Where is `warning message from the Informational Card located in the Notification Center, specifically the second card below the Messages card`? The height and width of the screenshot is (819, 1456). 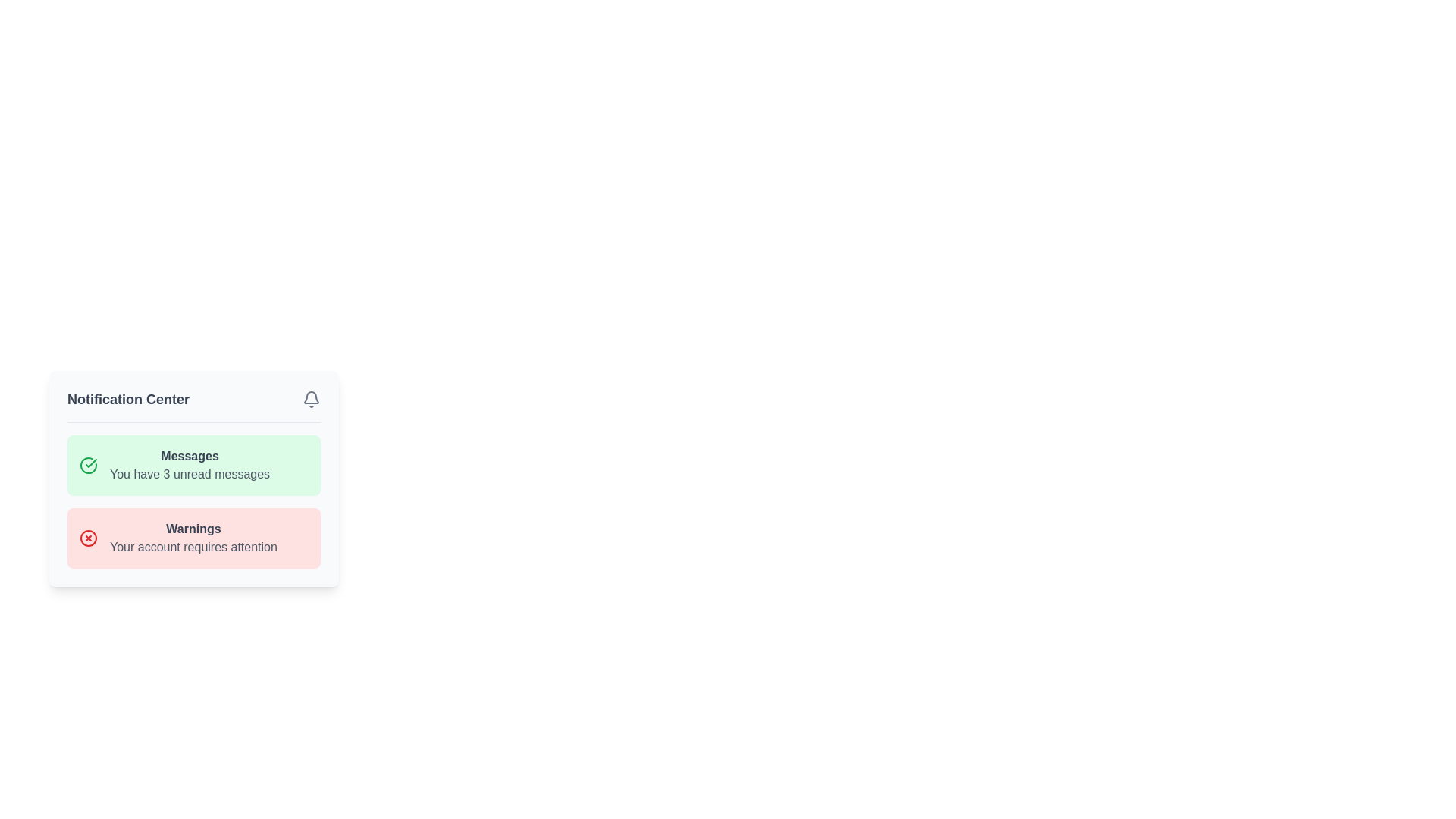 warning message from the Informational Card located in the Notification Center, specifically the second card below the Messages card is located at coordinates (193, 537).